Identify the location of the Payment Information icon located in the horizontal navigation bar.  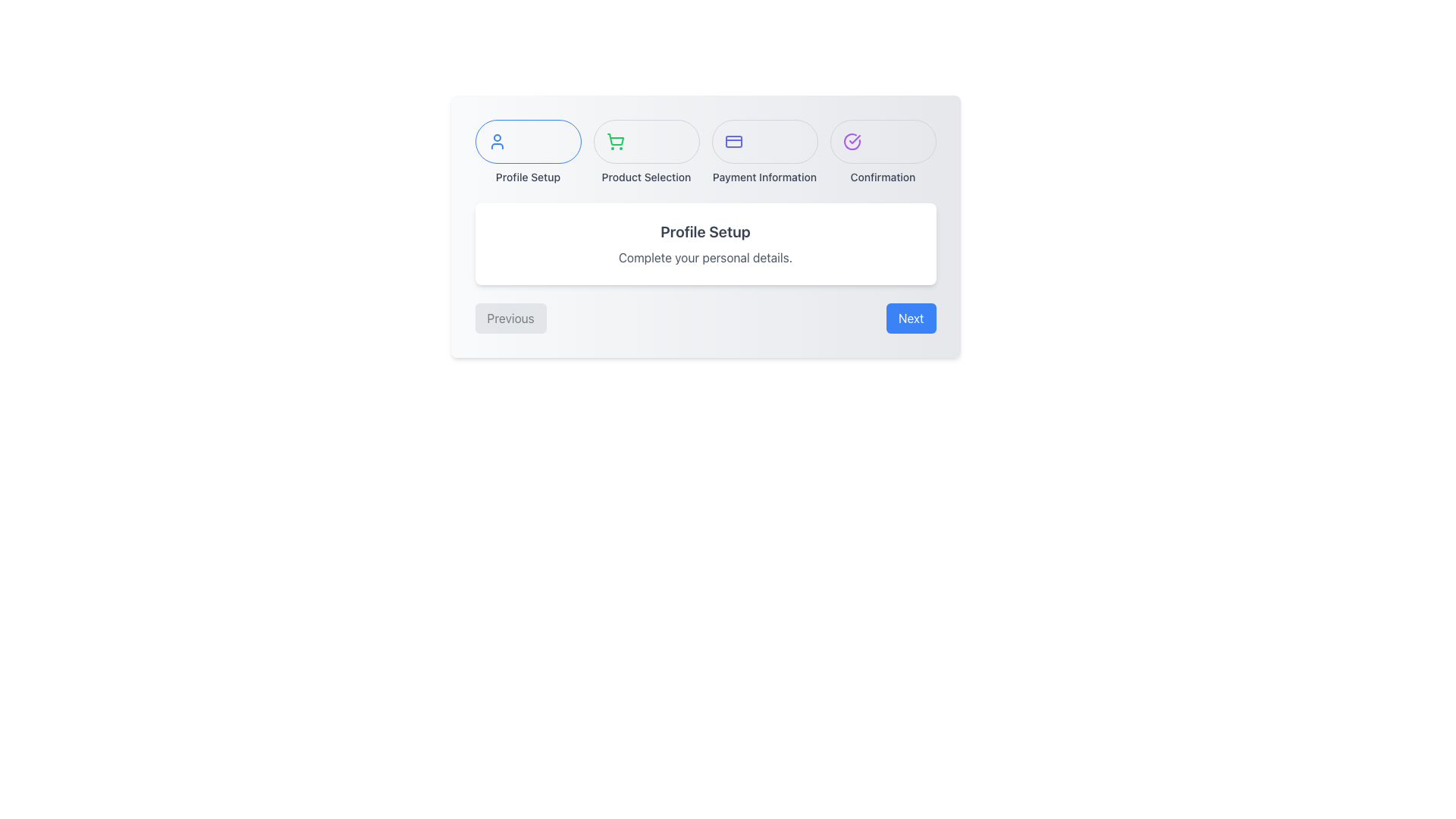
(733, 141).